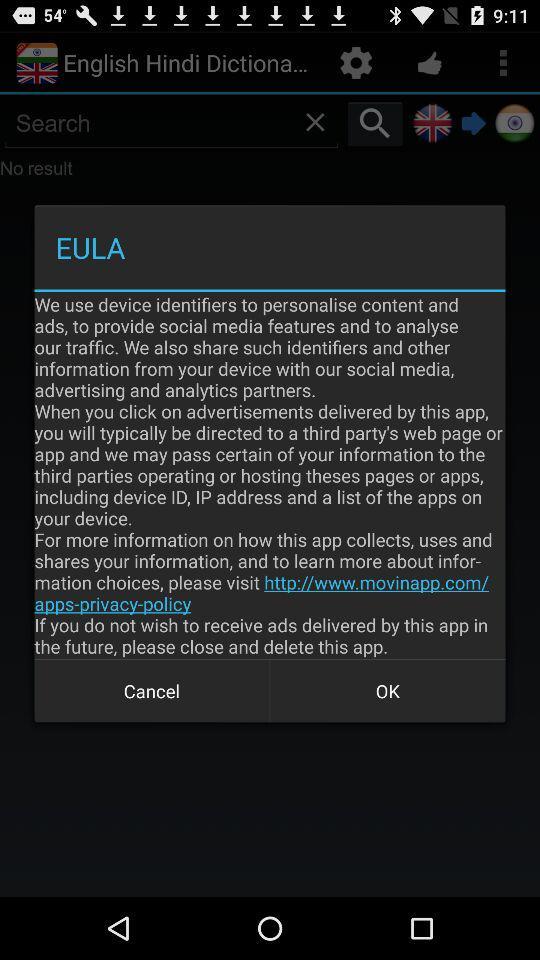 This screenshot has height=960, width=540. What do you see at coordinates (151, 691) in the screenshot?
I see `icon below we use device item` at bounding box center [151, 691].